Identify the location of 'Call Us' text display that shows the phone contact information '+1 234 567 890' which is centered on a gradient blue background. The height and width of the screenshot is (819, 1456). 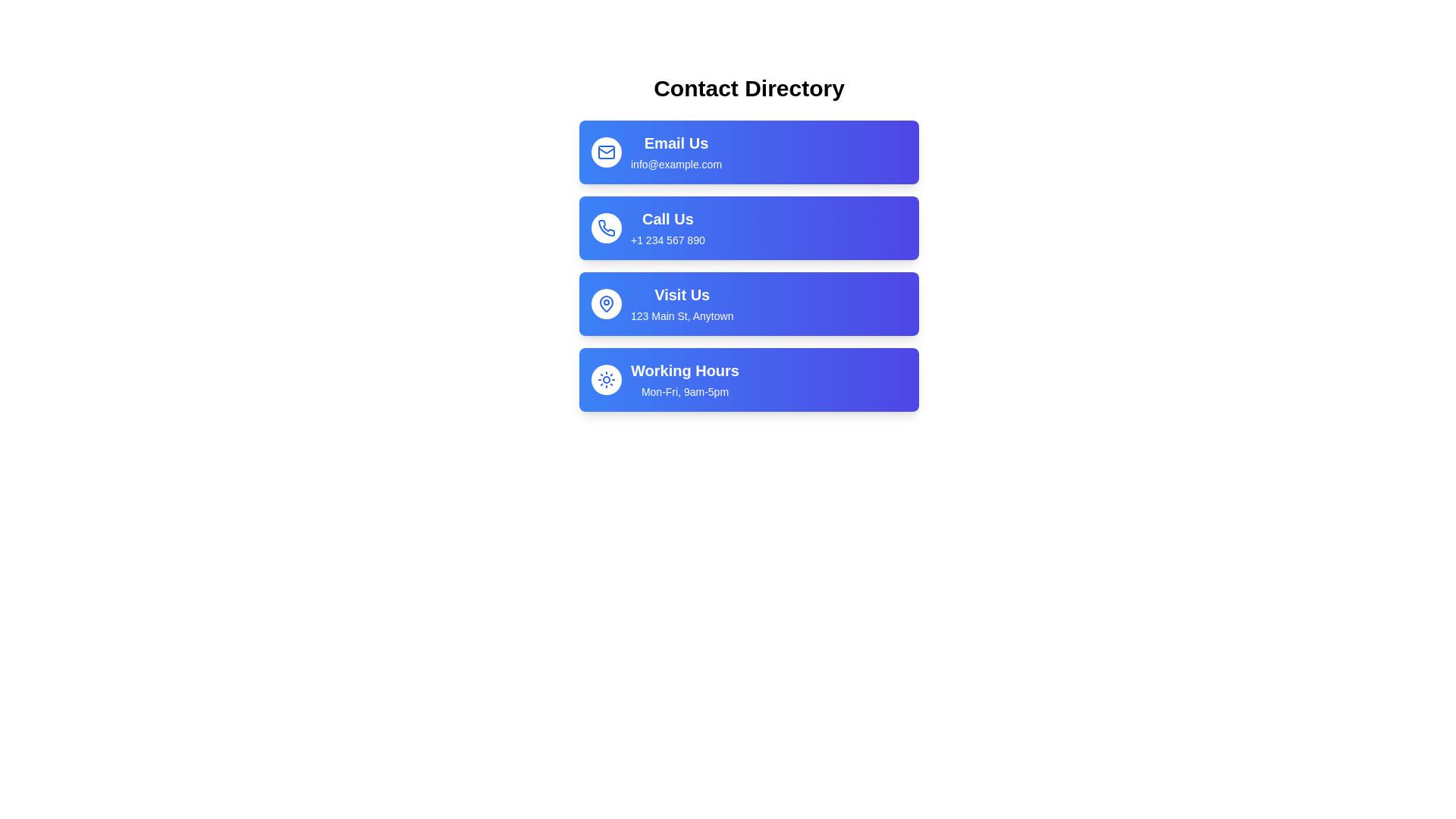
(667, 227).